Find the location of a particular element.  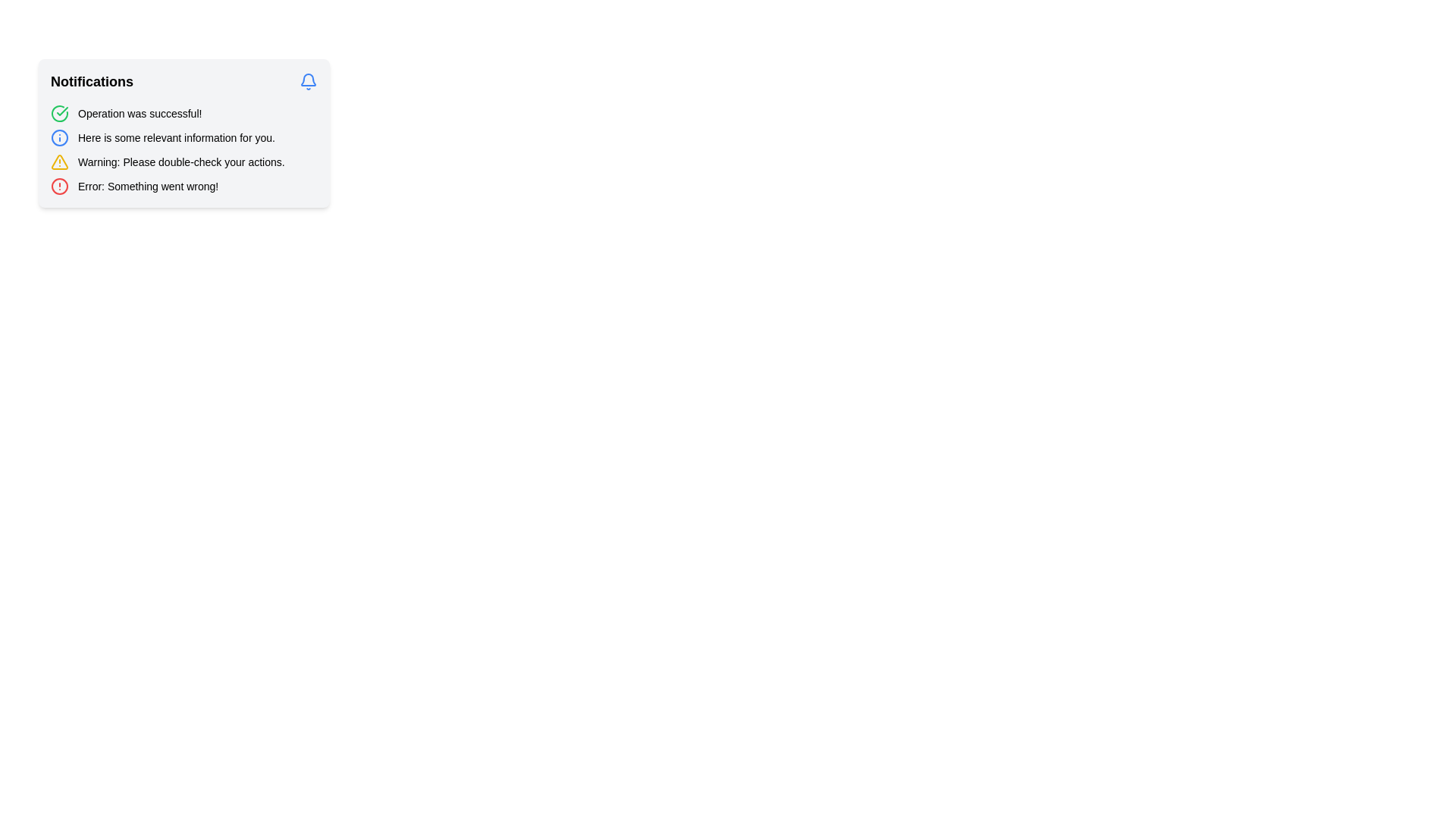

the Static Text element displaying the message 'Operation was successful!', which is aligned to the right of a green circular check icon within the notification panel is located at coordinates (140, 113).